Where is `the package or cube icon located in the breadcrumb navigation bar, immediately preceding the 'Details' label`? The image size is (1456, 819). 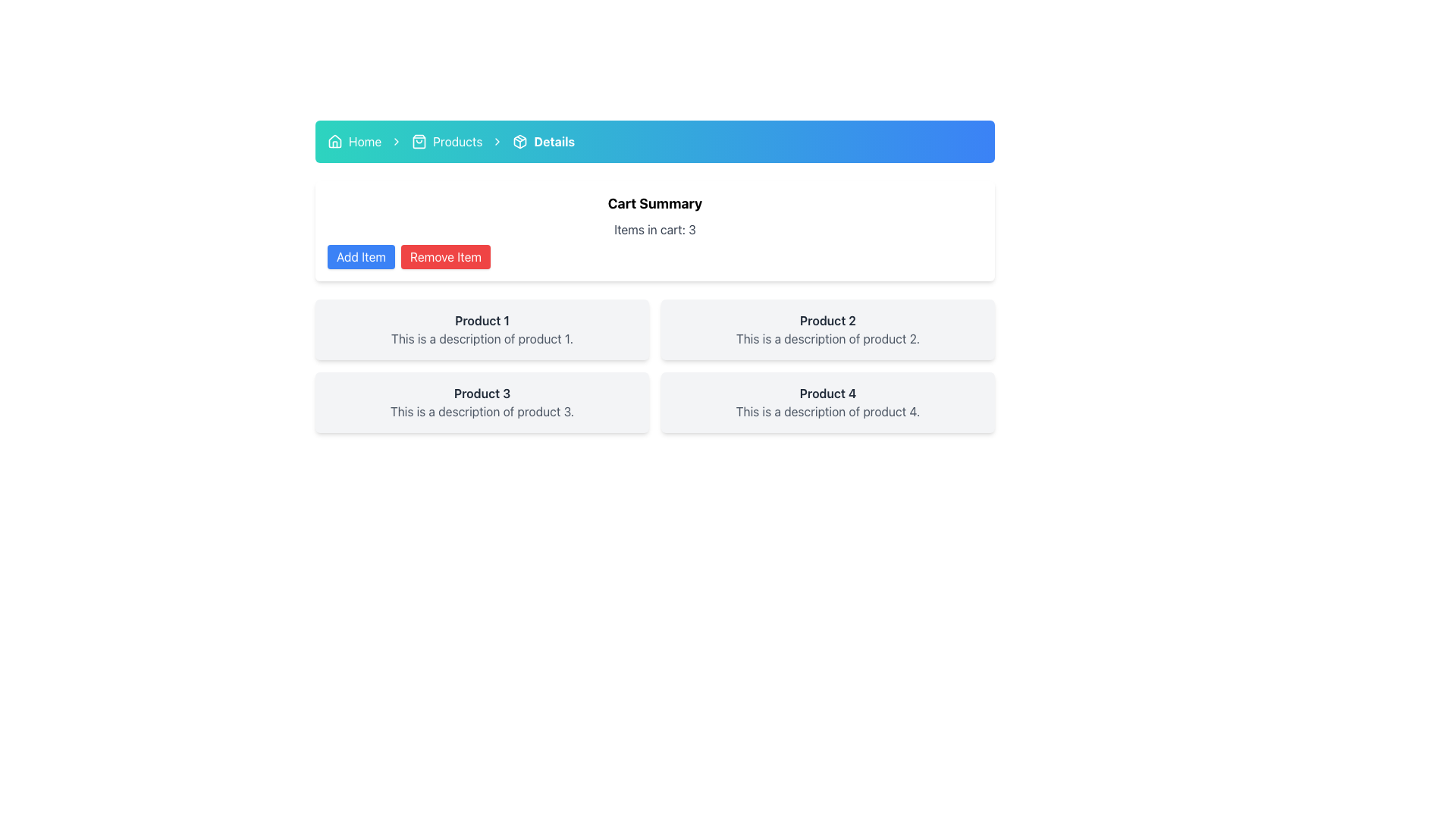
the package or cube icon located in the breadcrumb navigation bar, immediately preceding the 'Details' label is located at coordinates (520, 141).